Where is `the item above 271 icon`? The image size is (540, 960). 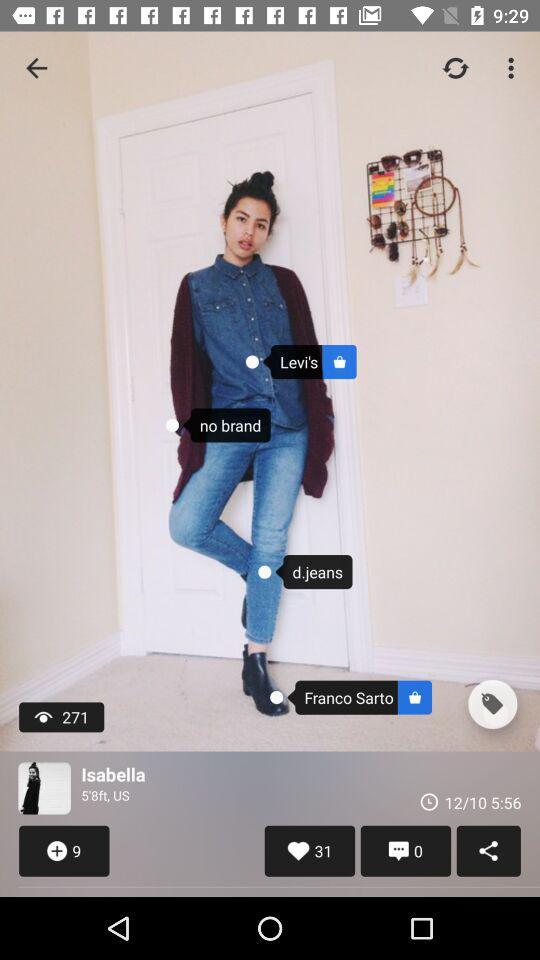
the item above 271 icon is located at coordinates (36, 68).